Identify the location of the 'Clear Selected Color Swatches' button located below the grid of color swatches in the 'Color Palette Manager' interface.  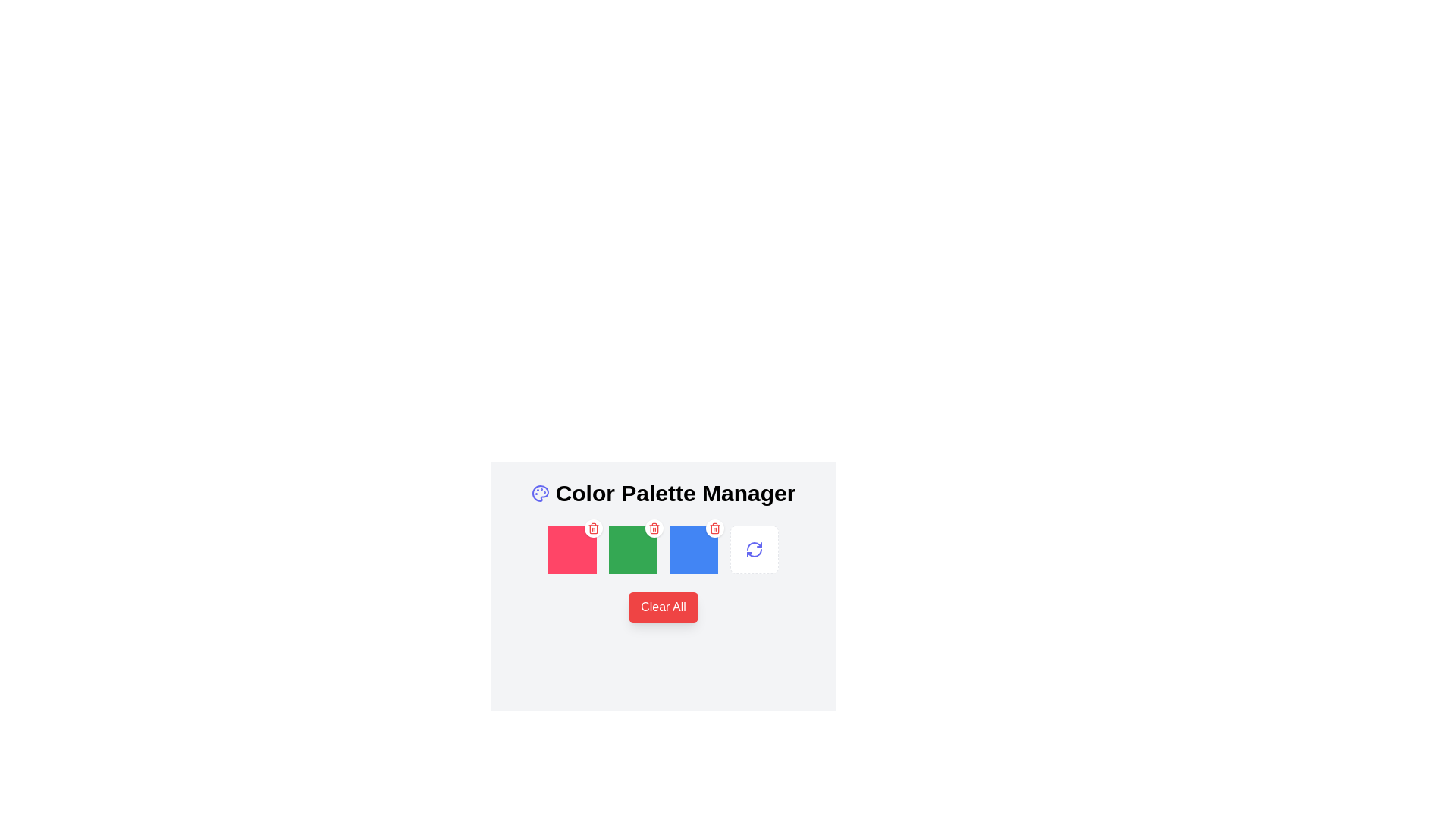
(663, 607).